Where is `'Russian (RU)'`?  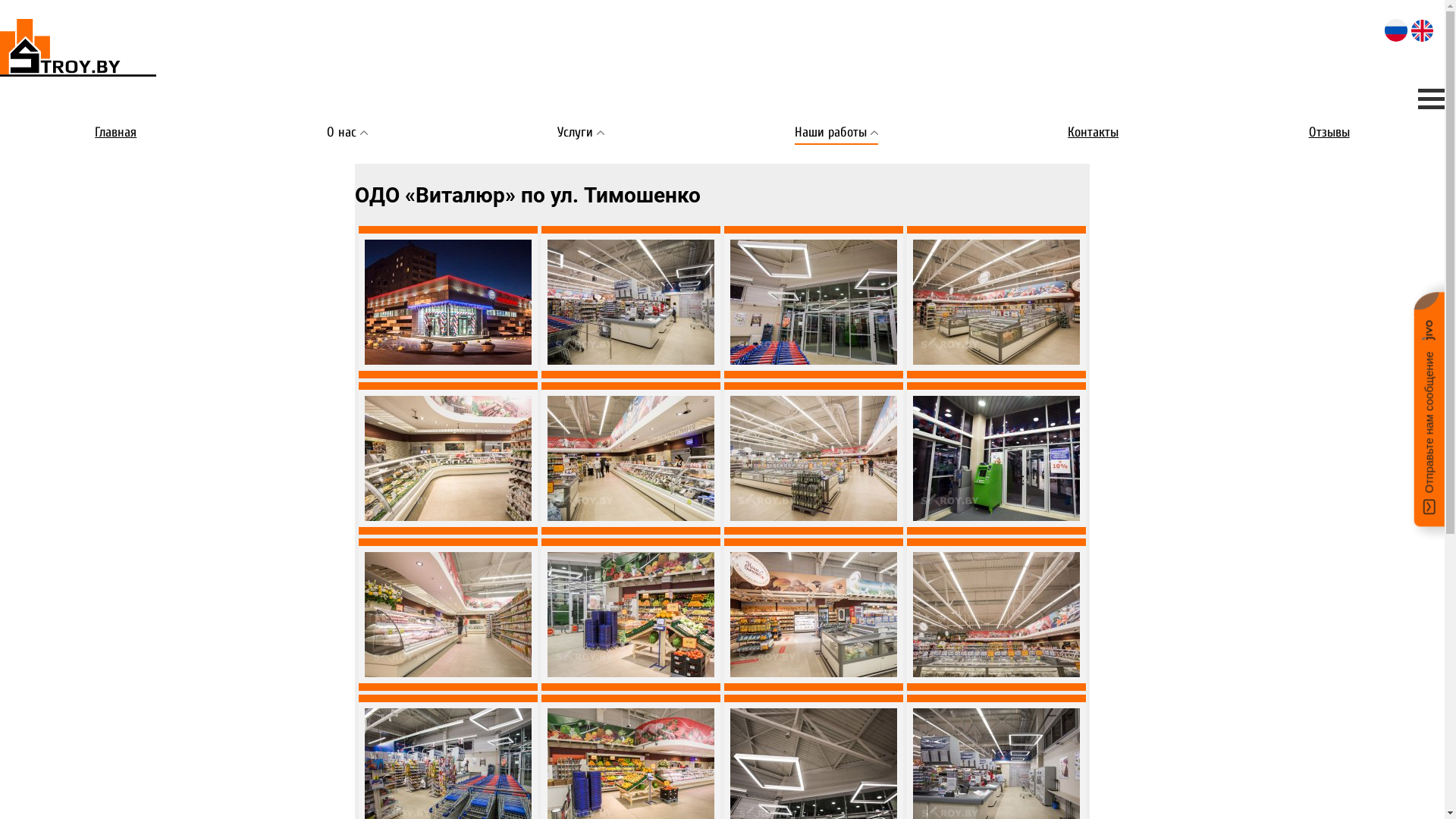
'Russian (RU)' is located at coordinates (1395, 30).